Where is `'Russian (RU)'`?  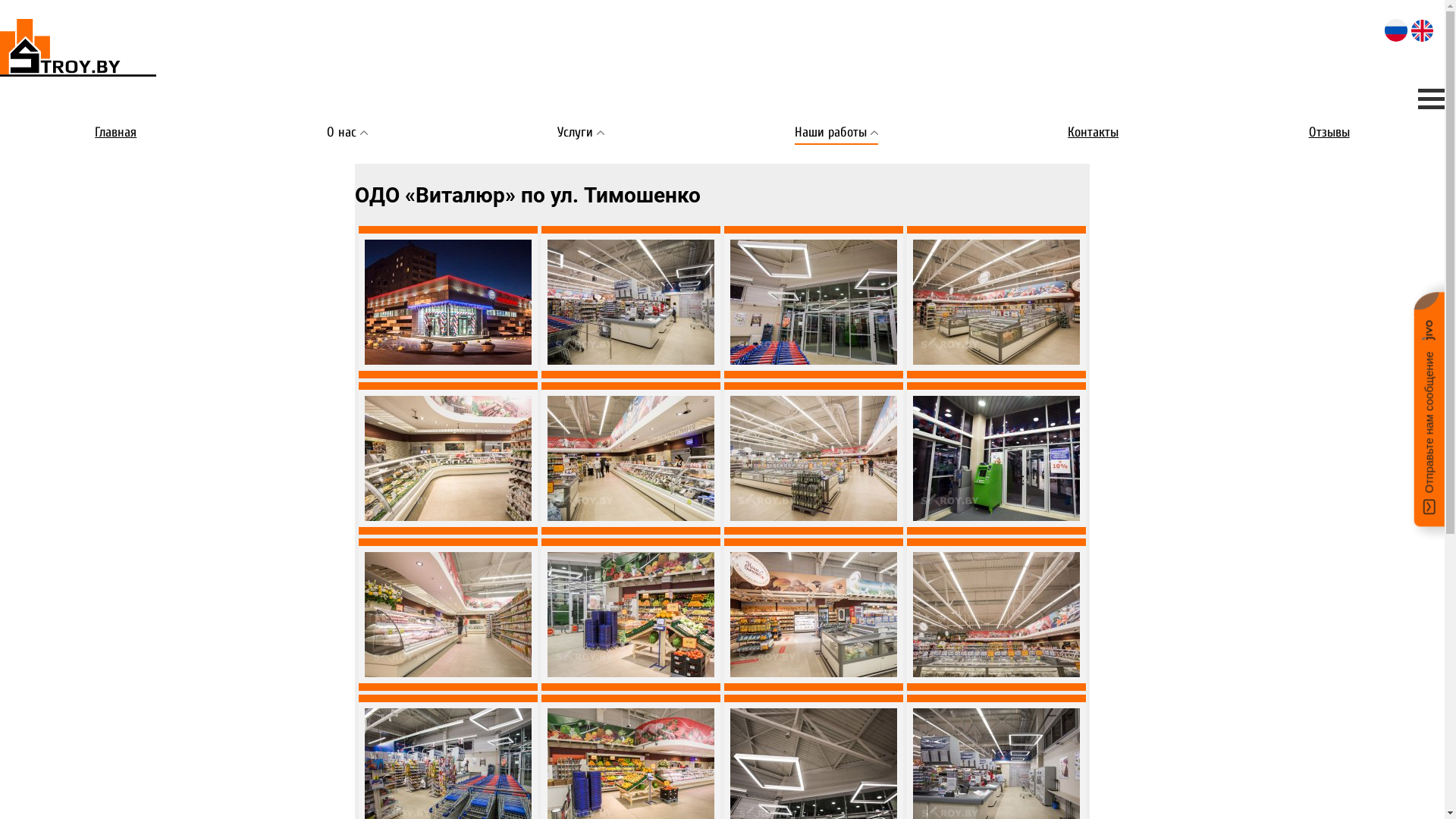
'Russian (RU)' is located at coordinates (1395, 30).